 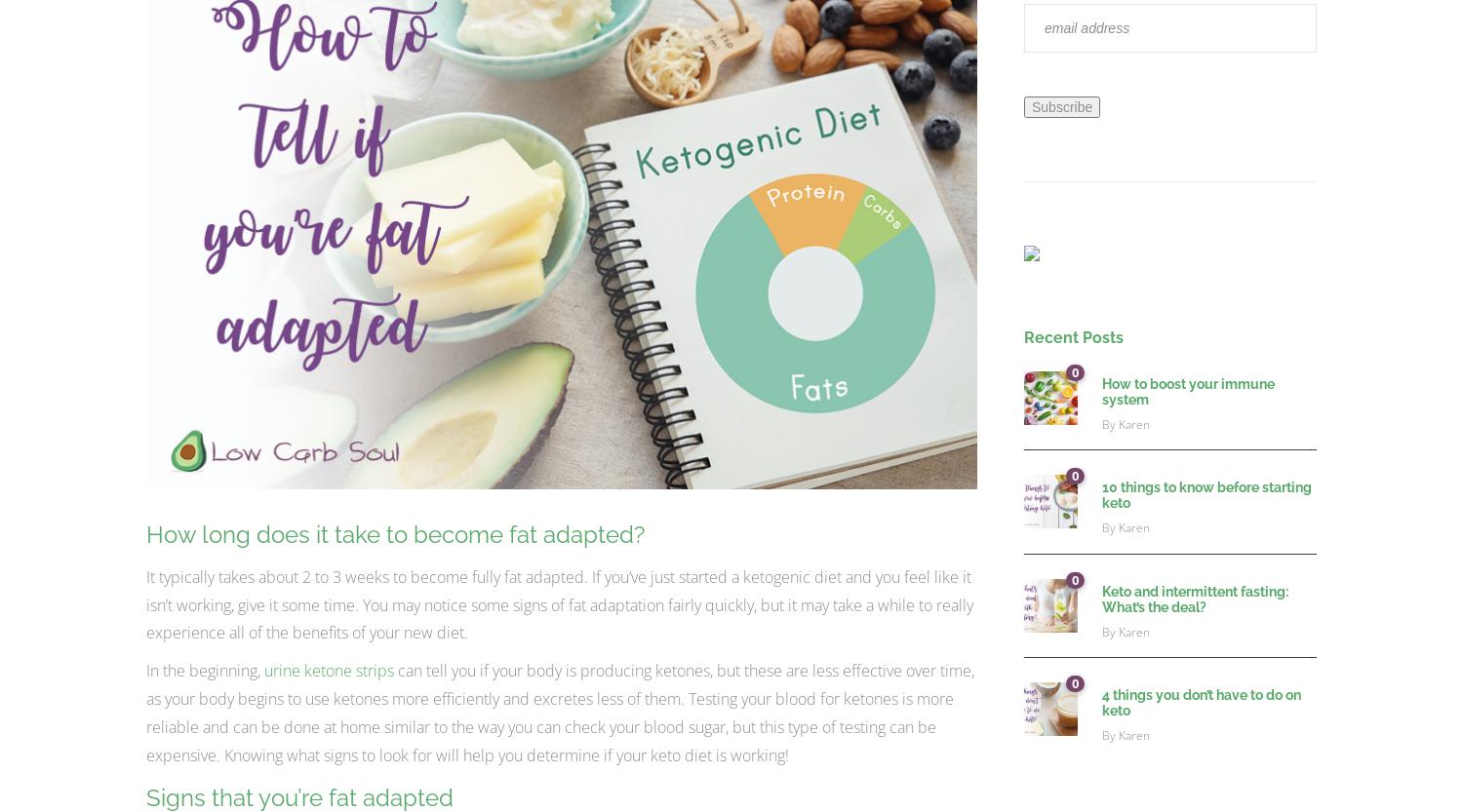 I want to click on 'urine ketone strips', so click(x=328, y=669).